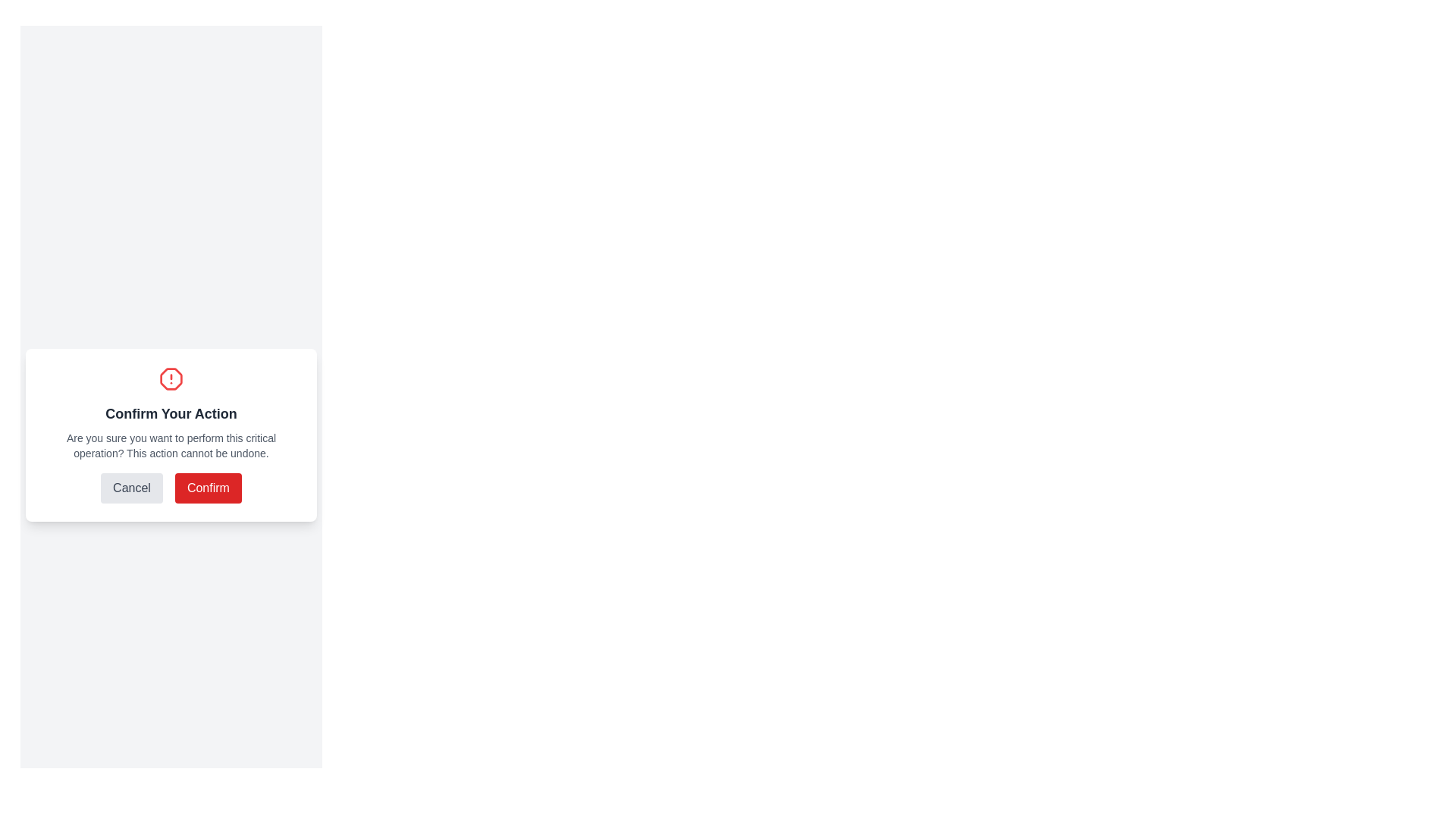  Describe the element at coordinates (171, 488) in the screenshot. I see `the Button Group containing 'Cancel' and 'Confirm' buttons to observe the hover effects` at that location.